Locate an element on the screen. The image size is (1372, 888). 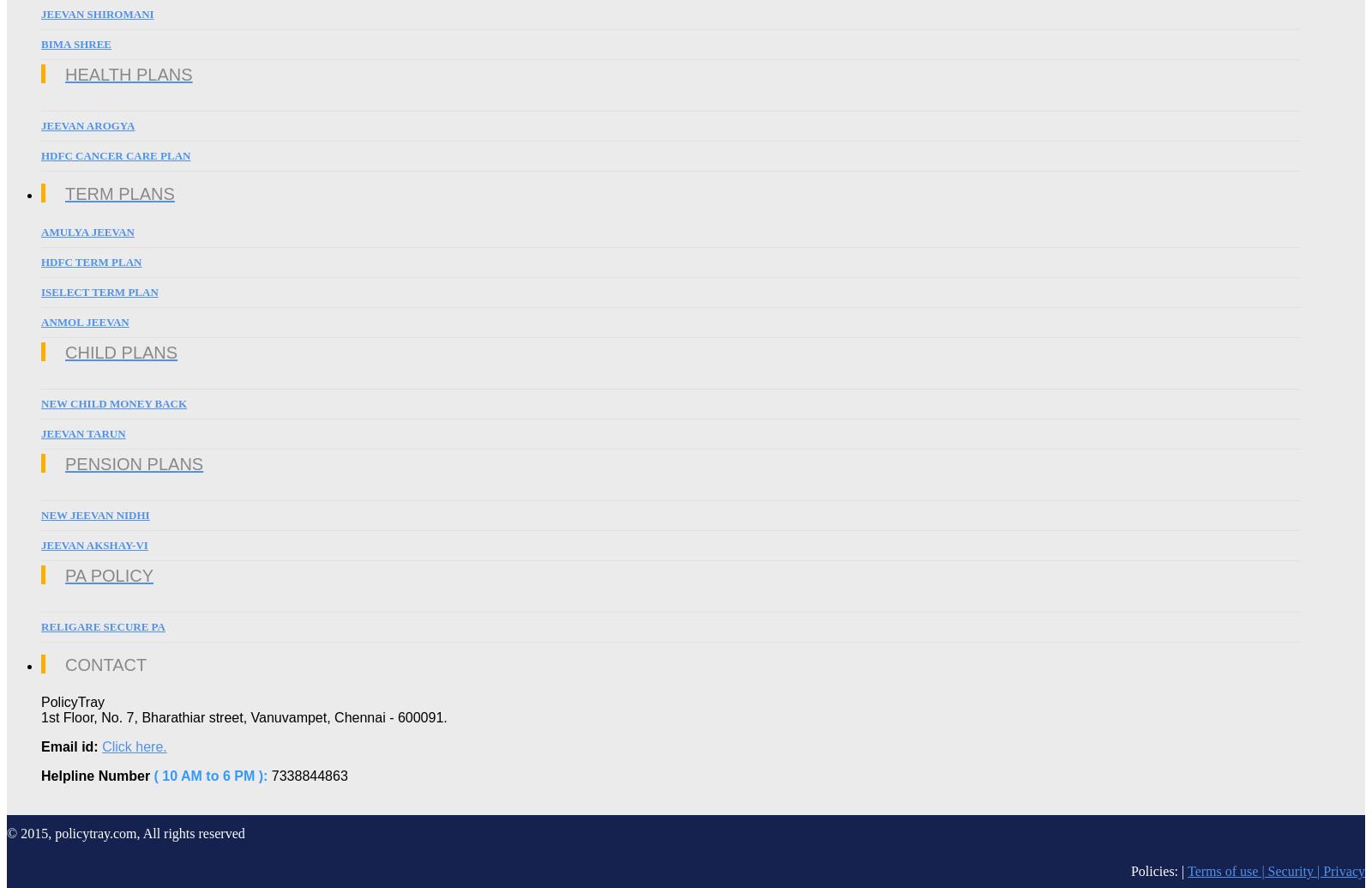
'Pension Plans' is located at coordinates (133, 462).